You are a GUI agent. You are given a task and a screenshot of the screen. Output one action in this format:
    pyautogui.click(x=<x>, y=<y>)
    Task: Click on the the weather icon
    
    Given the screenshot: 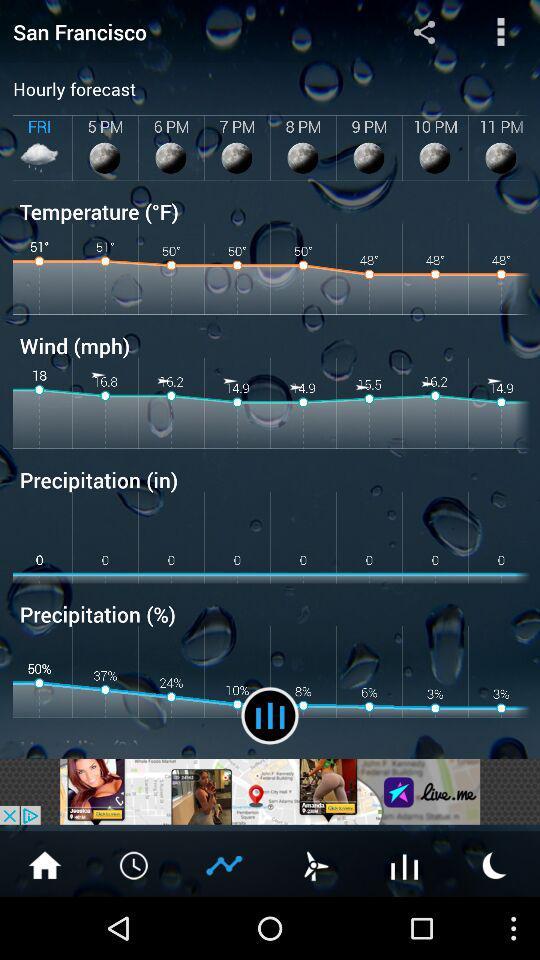 What is the action you would take?
    pyautogui.click(x=314, y=925)
    